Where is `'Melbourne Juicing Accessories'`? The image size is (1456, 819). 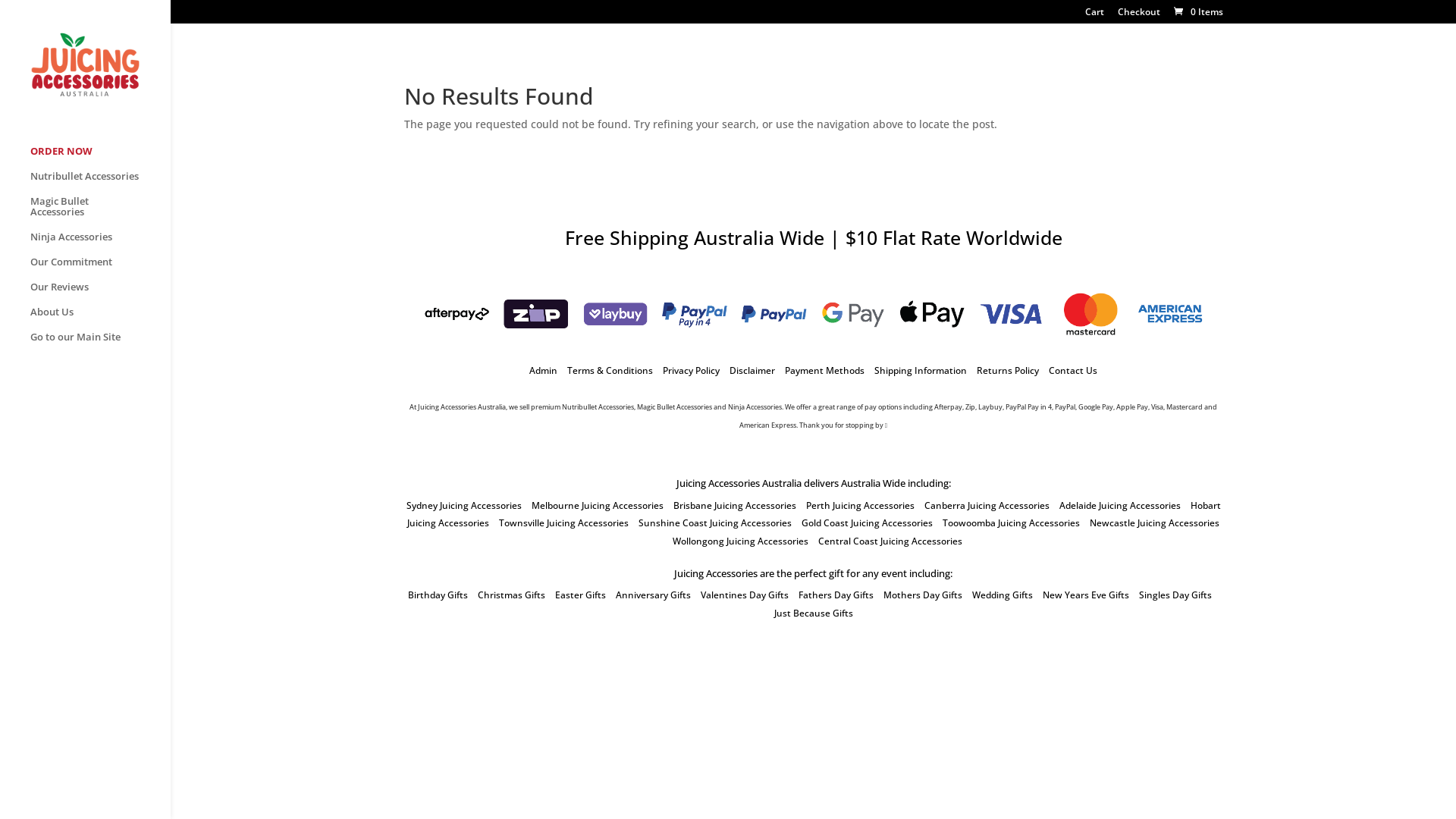
'Melbourne Juicing Accessories' is located at coordinates (596, 505).